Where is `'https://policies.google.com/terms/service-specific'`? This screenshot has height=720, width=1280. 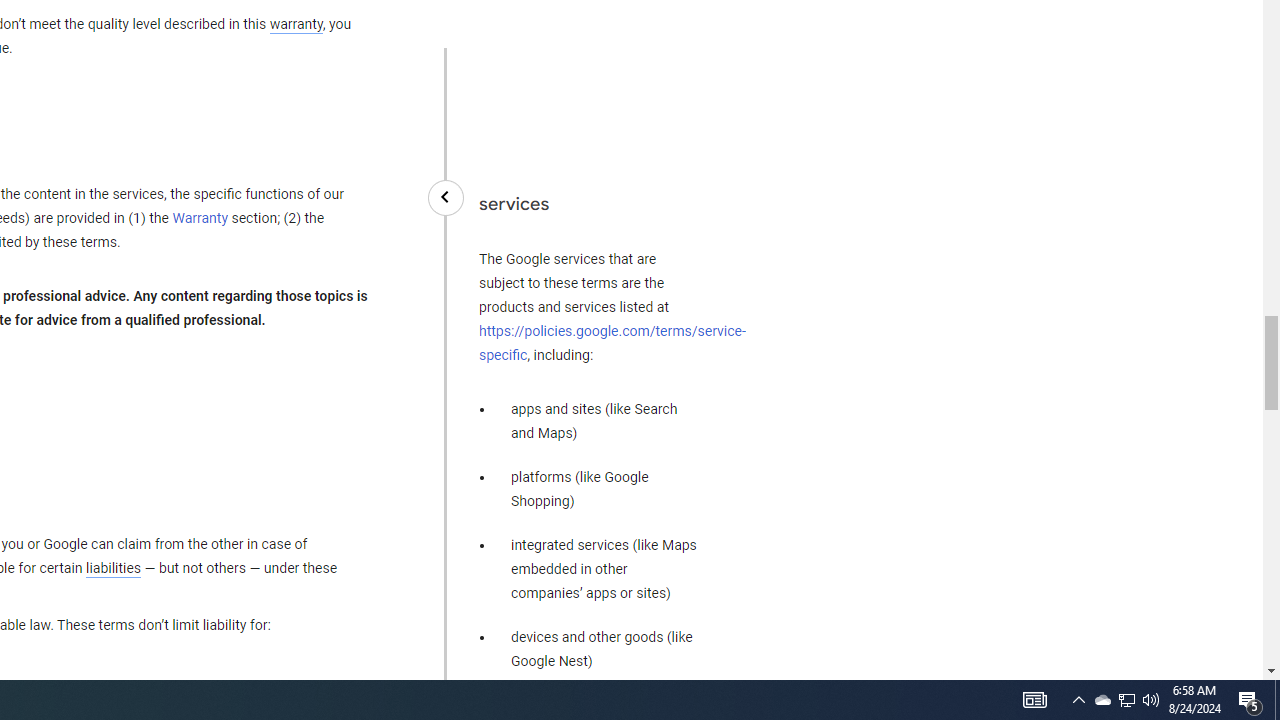 'https://policies.google.com/terms/service-specific' is located at coordinates (611, 342).